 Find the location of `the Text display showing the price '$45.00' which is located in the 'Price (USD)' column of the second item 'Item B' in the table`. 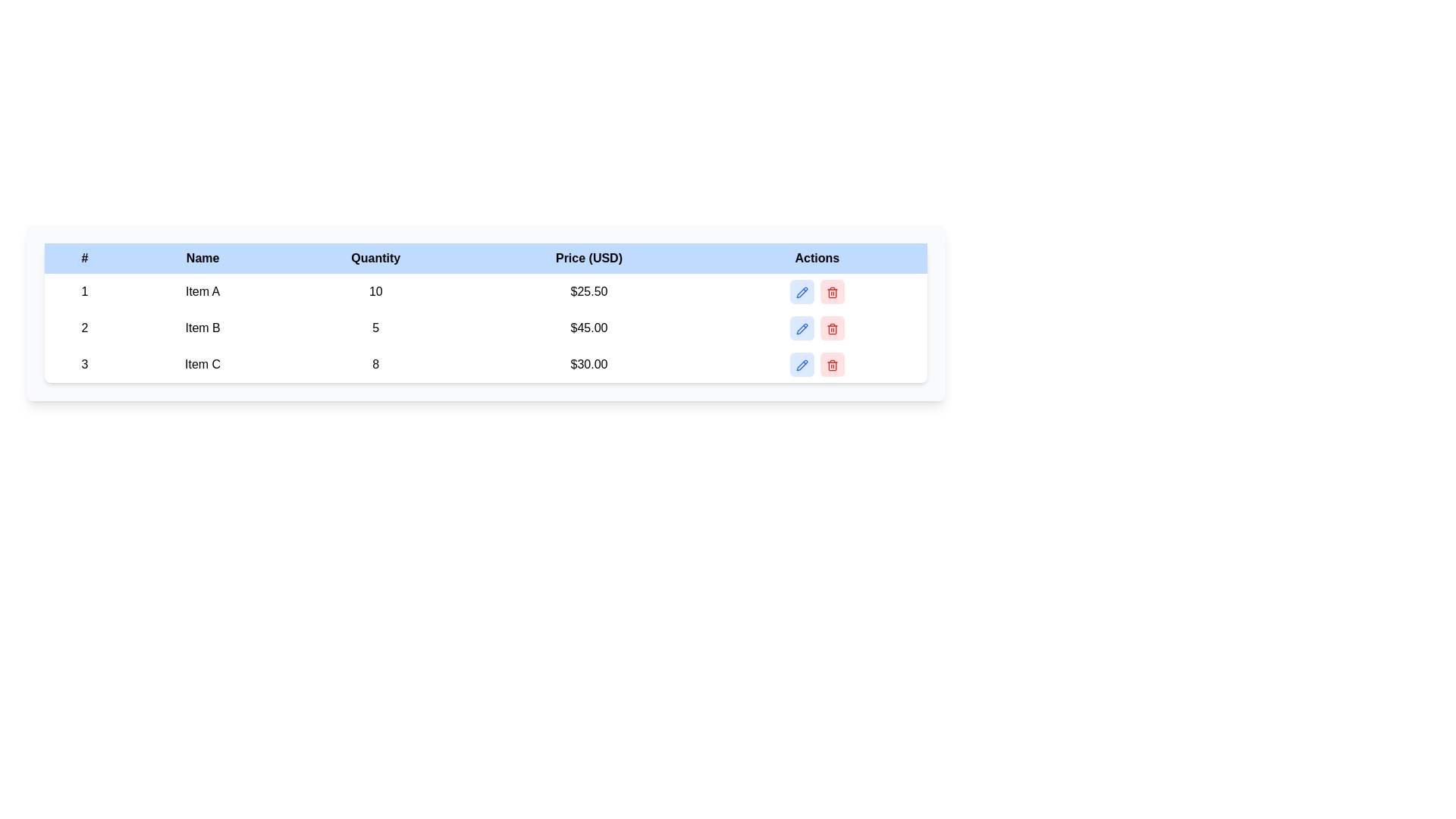

the Text display showing the price '$45.00' which is located in the 'Price (USD)' column of the second item 'Item B' in the table is located at coordinates (588, 327).